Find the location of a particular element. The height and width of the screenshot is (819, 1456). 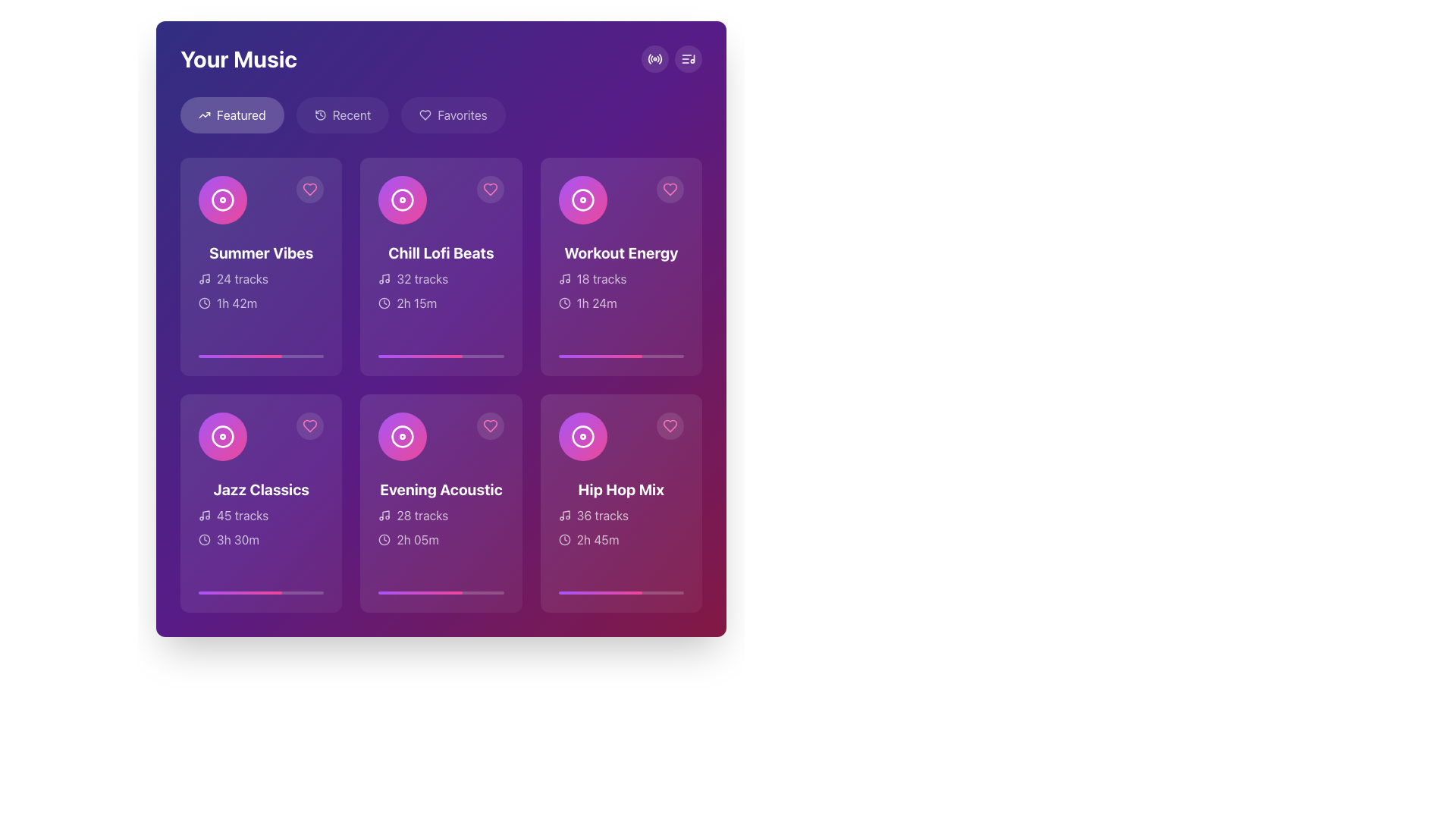

SVG circle element that represents part of the clock in the 'Workout Energy' card located in the top-right corner of the grid for debug purposes is located at coordinates (563, 303).